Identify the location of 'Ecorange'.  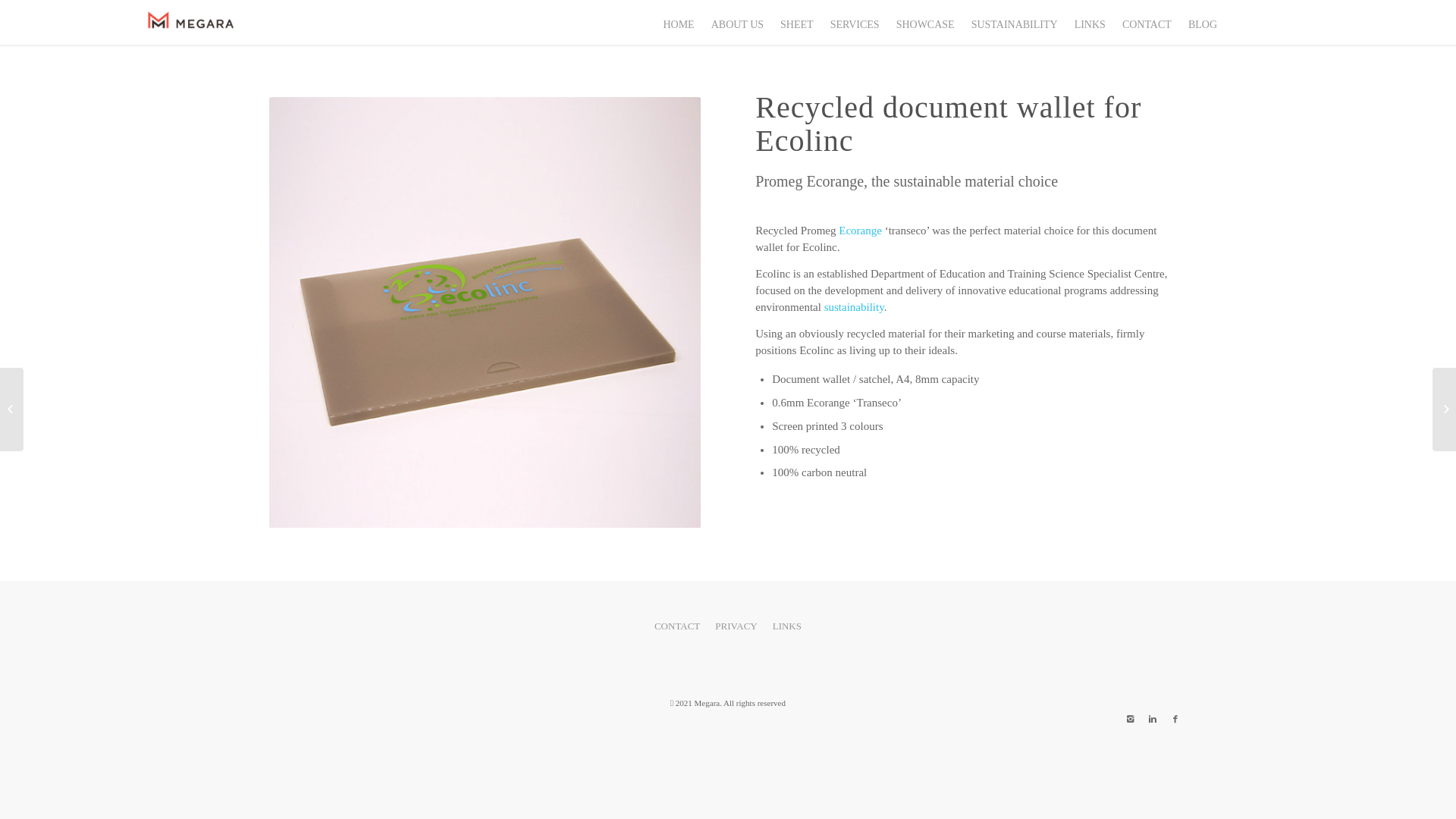
(837, 231).